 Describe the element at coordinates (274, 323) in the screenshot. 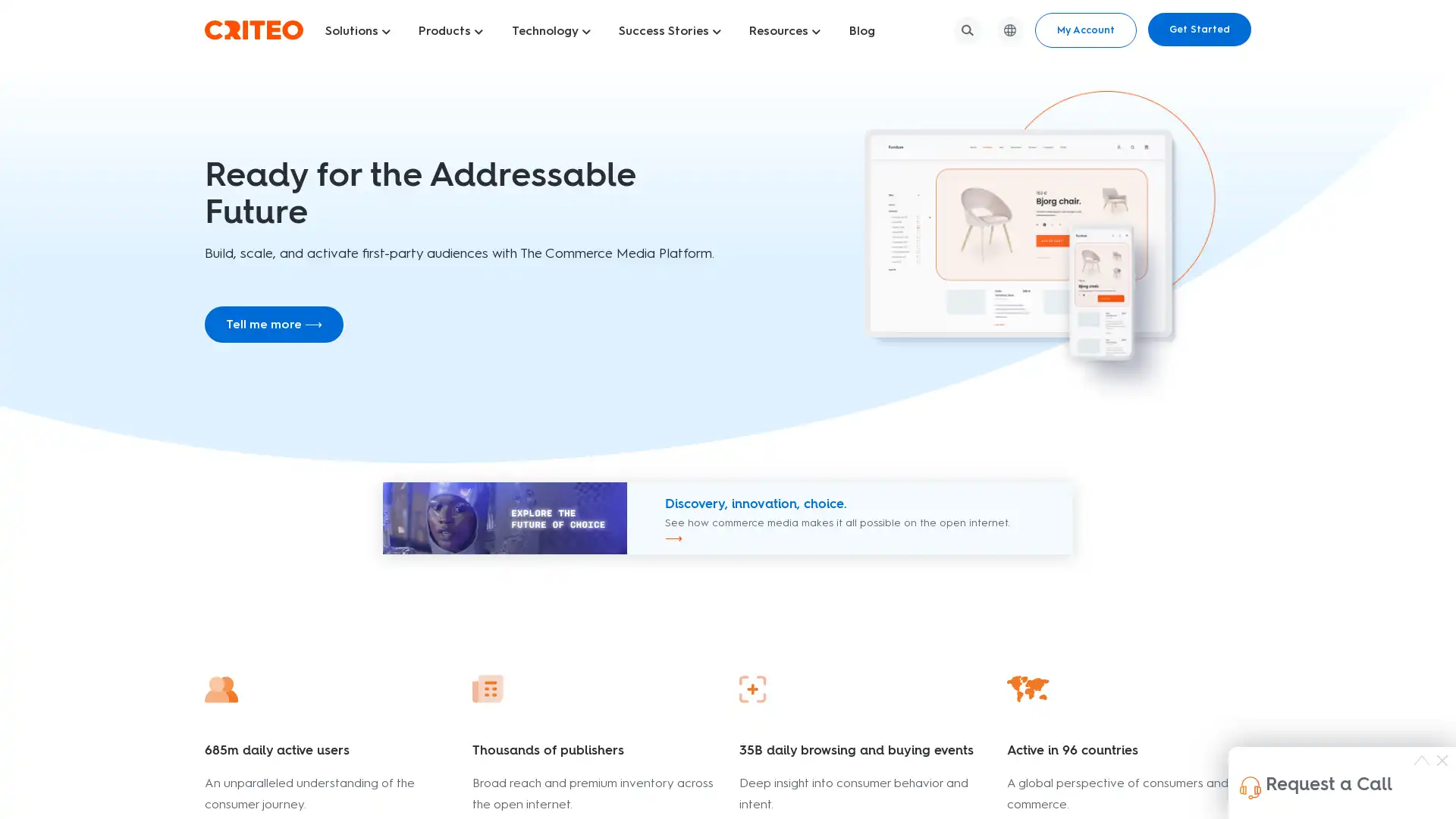

I see `Tell me more` at that location.